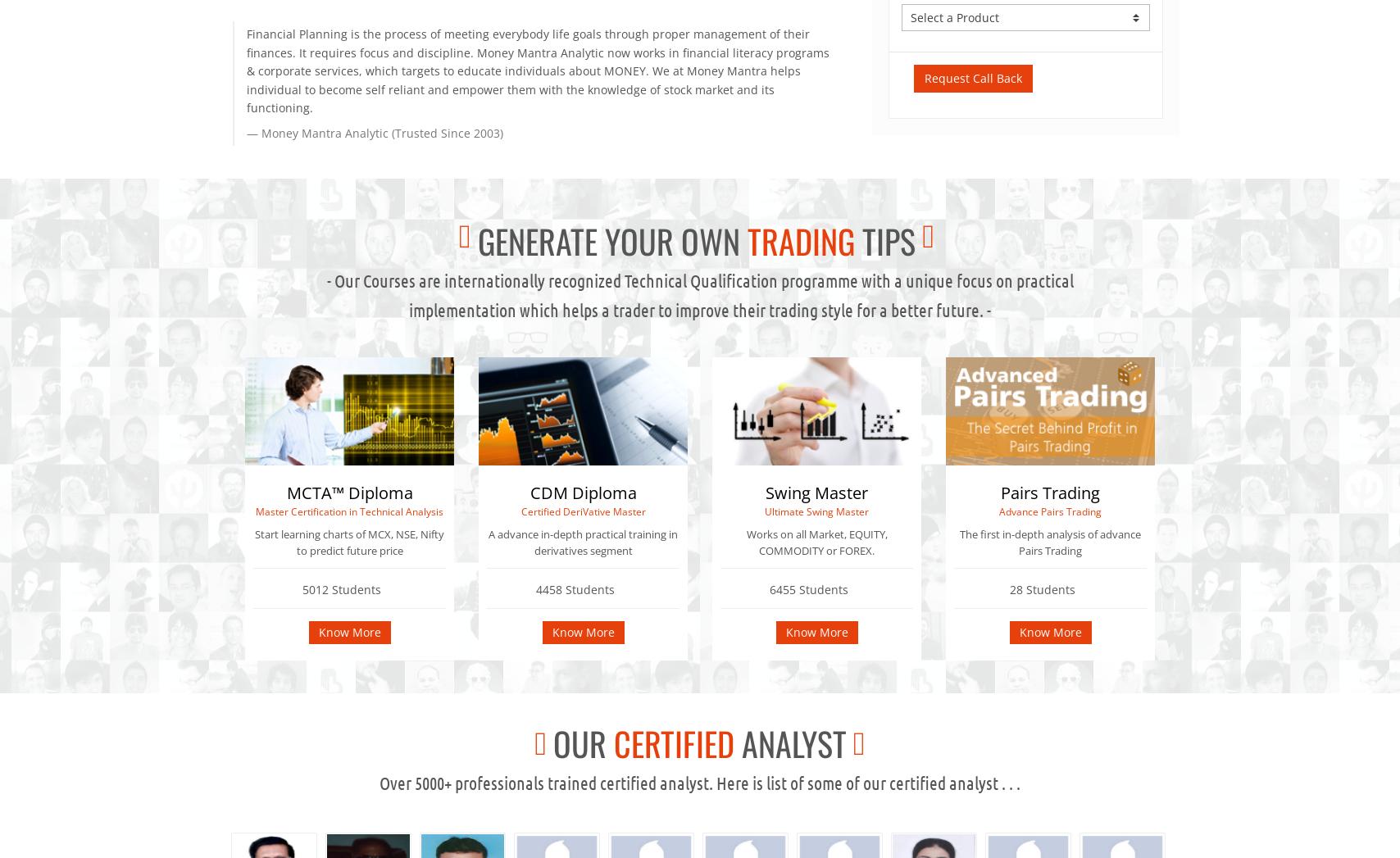 This screenshot has width=1400, height=858. What do you see at coordinates (816, 542) in the screenshot?
I see `'Works on all Market, EQUITY, COMMODITY or FOREX.'` at bounding box center [816, 542].